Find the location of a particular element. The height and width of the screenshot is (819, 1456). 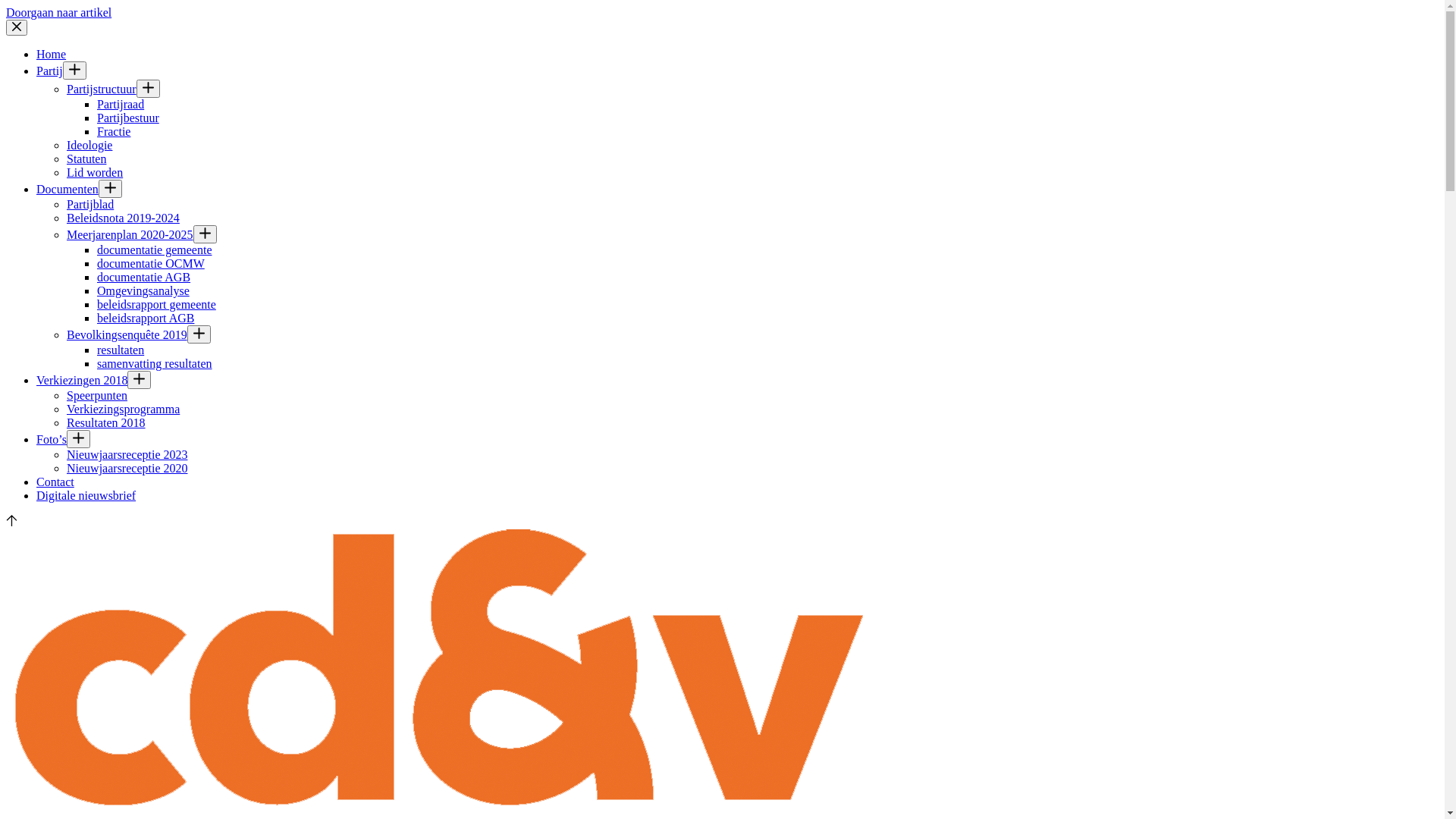

'Fractie' is located at coordinates (112, 130).